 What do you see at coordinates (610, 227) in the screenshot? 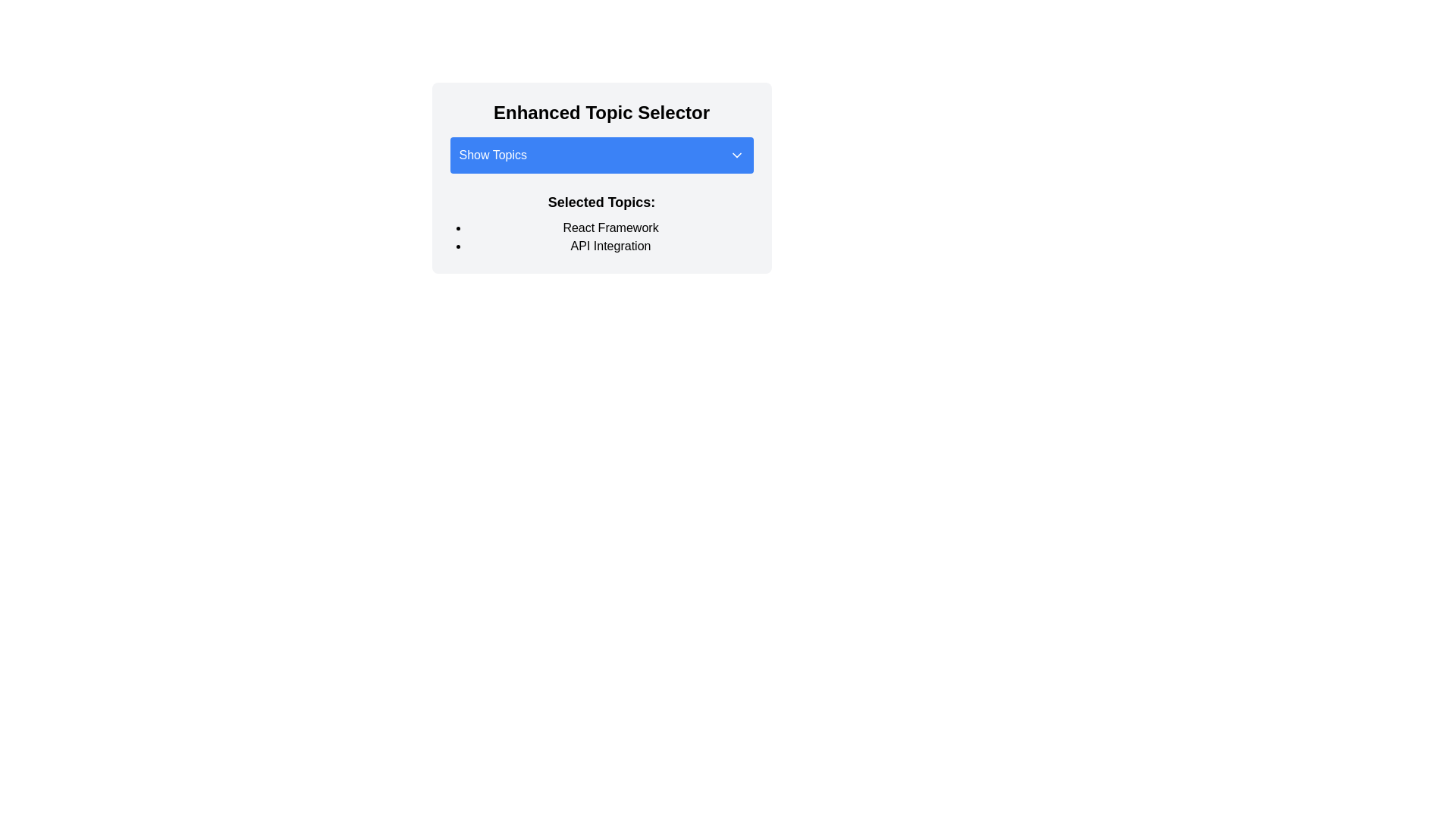
I see `the static text reading 'React Framework' which is the first item` at bounding box center [610, 227].